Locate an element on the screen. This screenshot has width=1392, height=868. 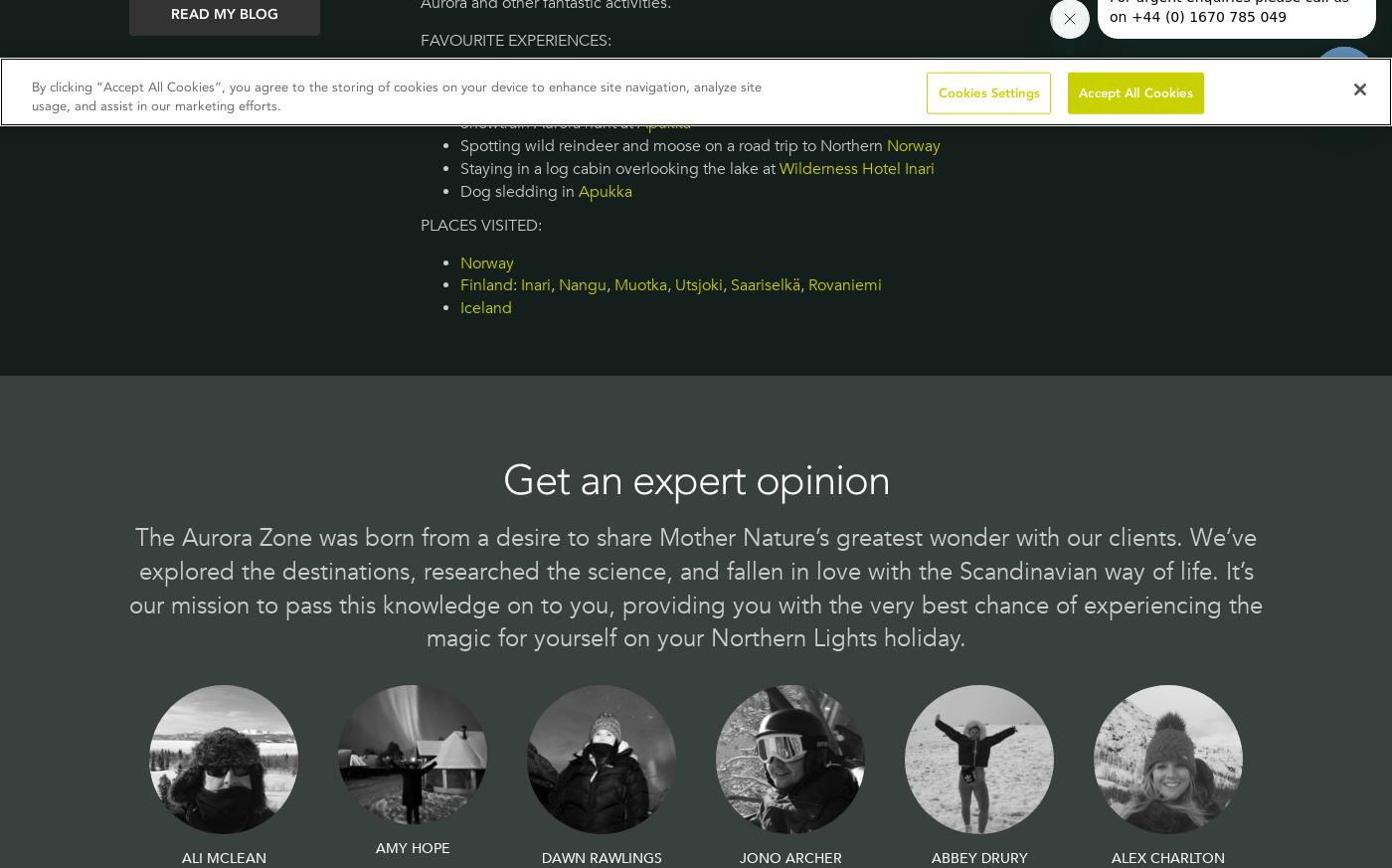
'Nangu' is located at coordinates (582, 285).